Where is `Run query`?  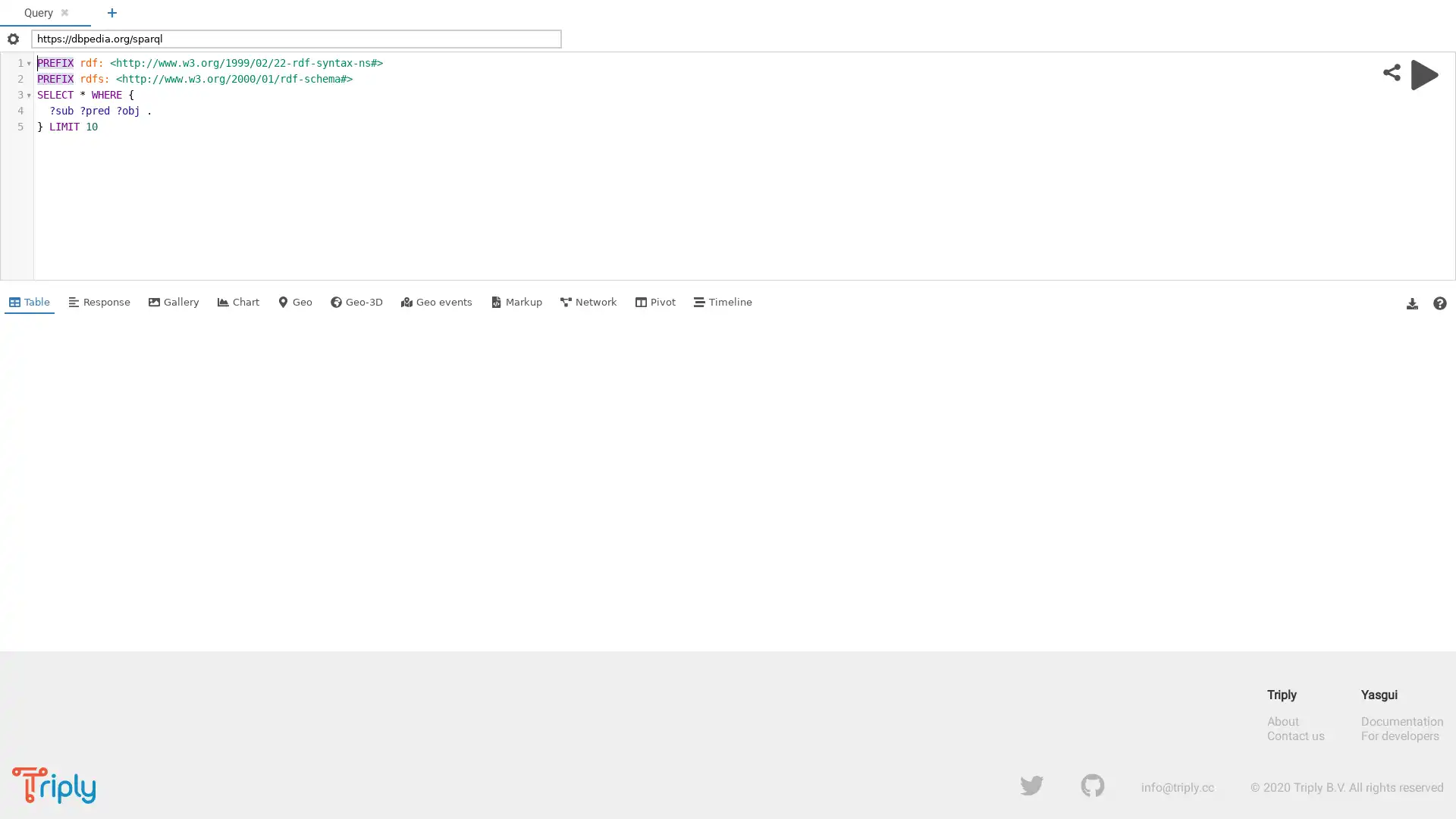 Run query is located at coordinates (1423, 75).